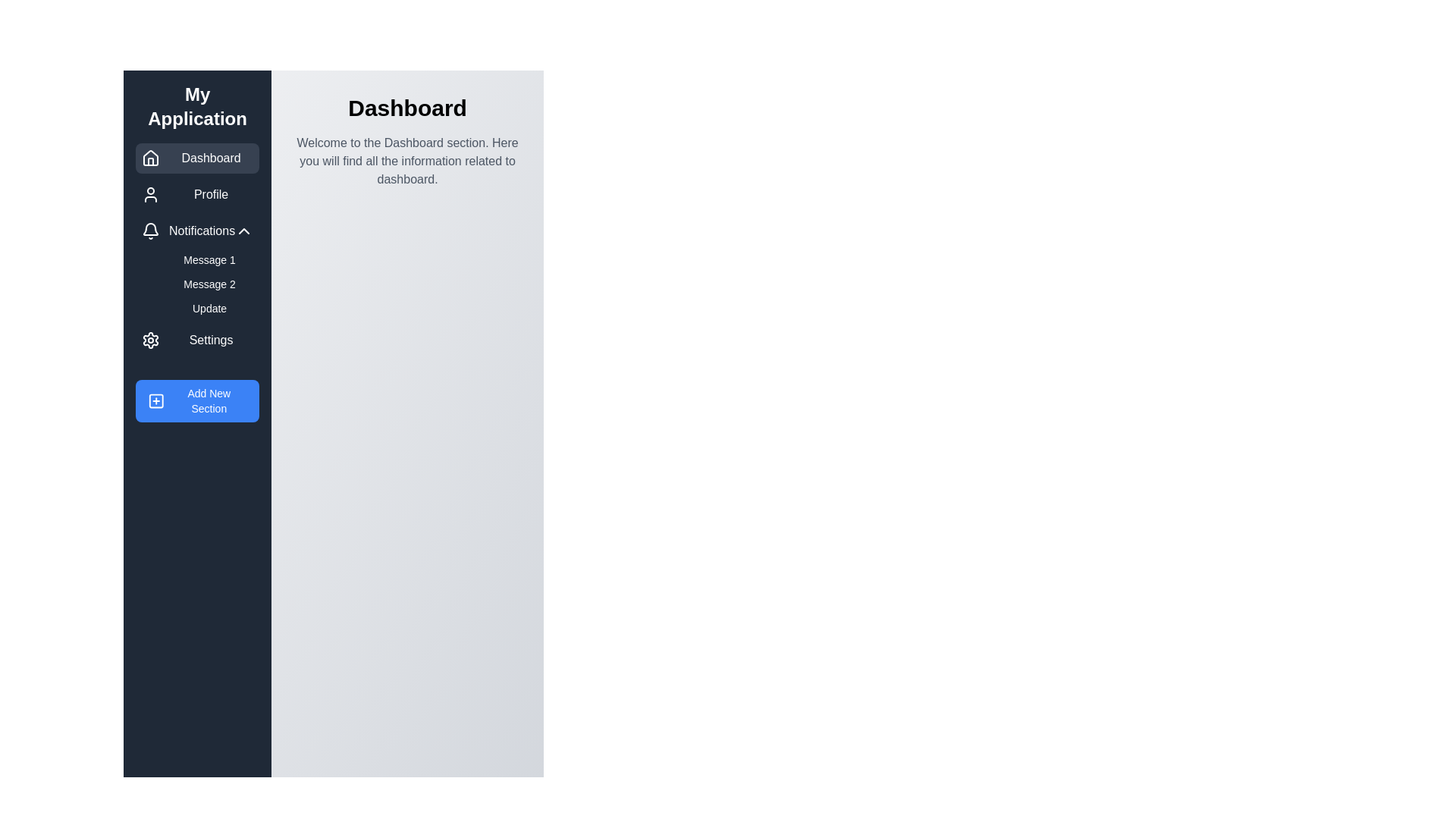 The width and height of the screenshot is (1456, 819). What do you see at coordinates (209, 308) in the screenshot?
I see `the 'Update' button, which is the third item in the vertical list inside the 'Notifications' section of the application's sidebar` at bounding box center [209, 308].